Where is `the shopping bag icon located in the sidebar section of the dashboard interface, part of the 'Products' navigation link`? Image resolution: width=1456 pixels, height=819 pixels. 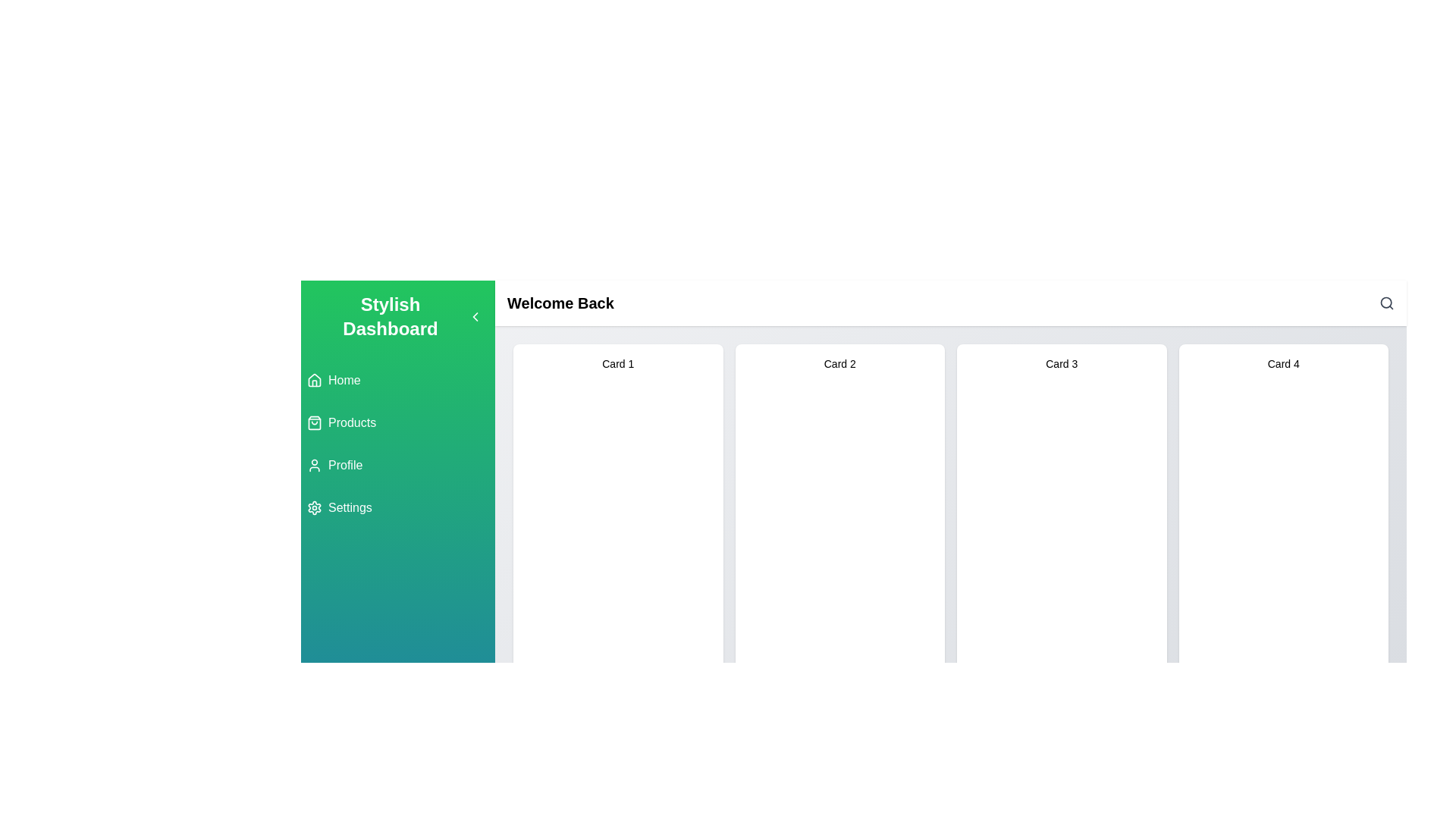
the shopping bag icon located in the sidebar section of the dashboard interface, part of the 'Products' navigation link is located at coordinates (313, 423).